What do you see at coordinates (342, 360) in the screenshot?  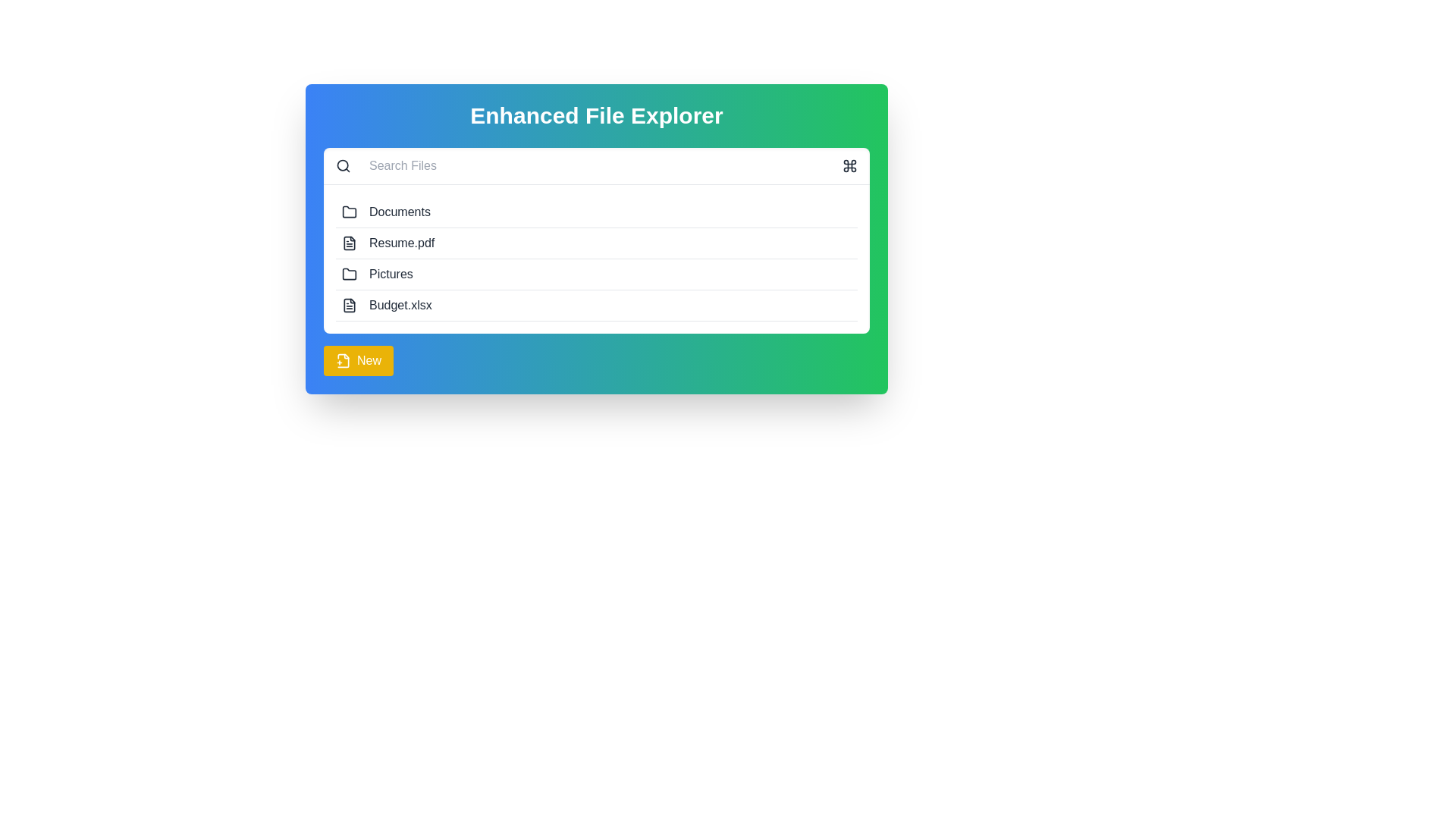 I see `the line-drawn document icon with a plus symbol located within the 'New' button, which has a yellow background and is positioned on the lower-left part of the panel` at bounding box center [342, 360].